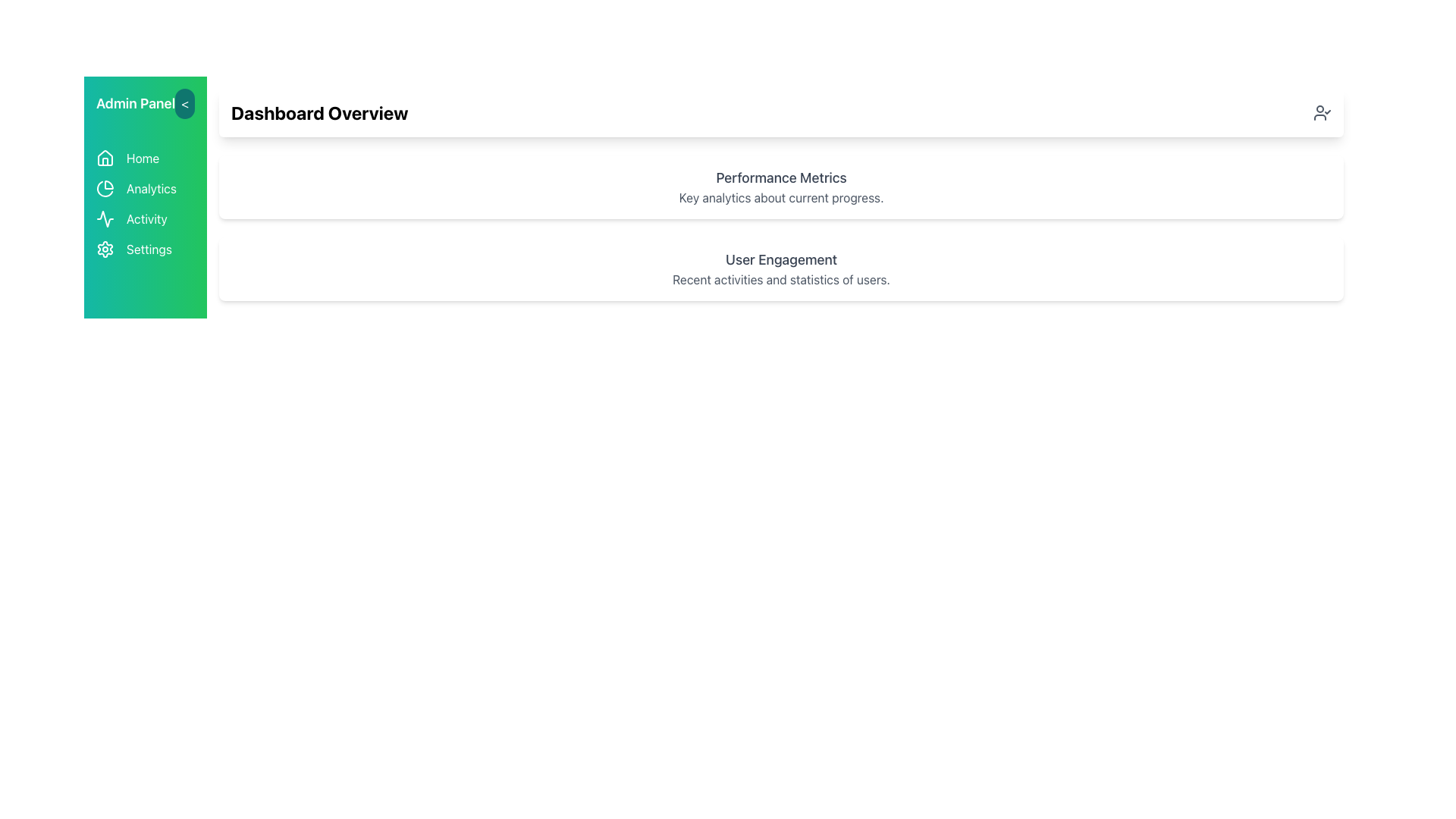  I want to click on the activity icon in the sidebar menu, which is a compact SVG graphic resembling a waveform with a white stroke on a green background, located directly before the text label 'Activity', so click(105, 219).